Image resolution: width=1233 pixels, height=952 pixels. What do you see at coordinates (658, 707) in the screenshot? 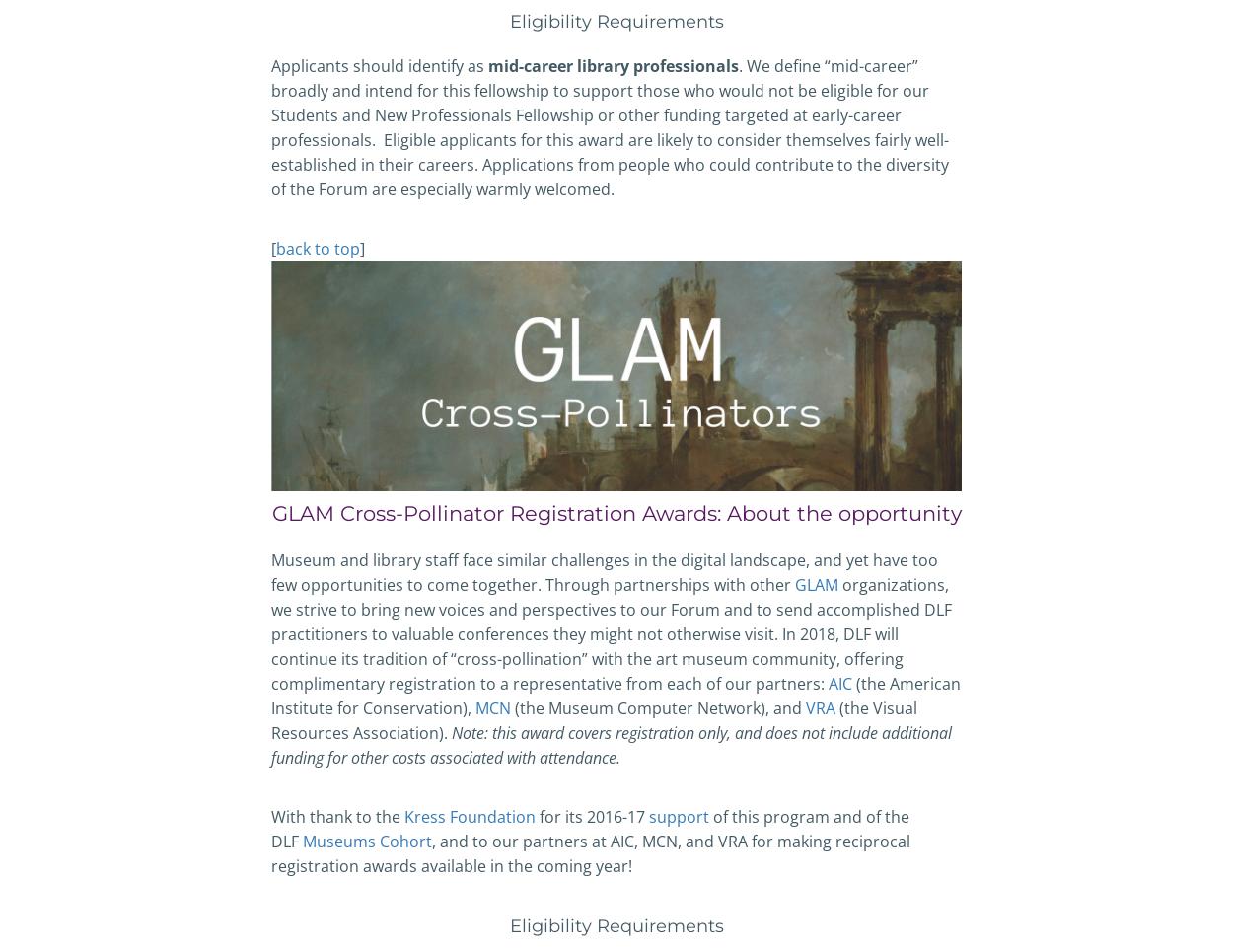
I see `'(the Museum Computer Network), and'` at bounding box center [658, 707].